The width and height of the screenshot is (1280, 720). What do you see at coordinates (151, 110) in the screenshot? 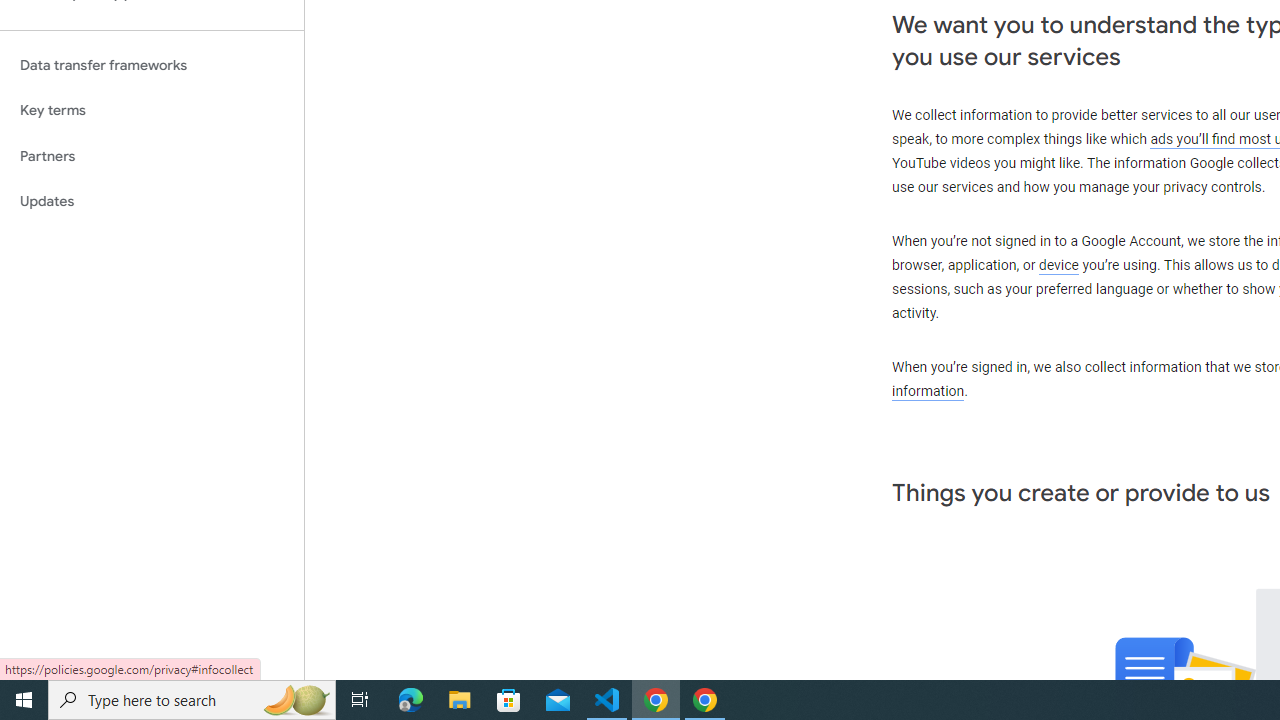
I see `'Key terms'` at bounding box center [151, 110].